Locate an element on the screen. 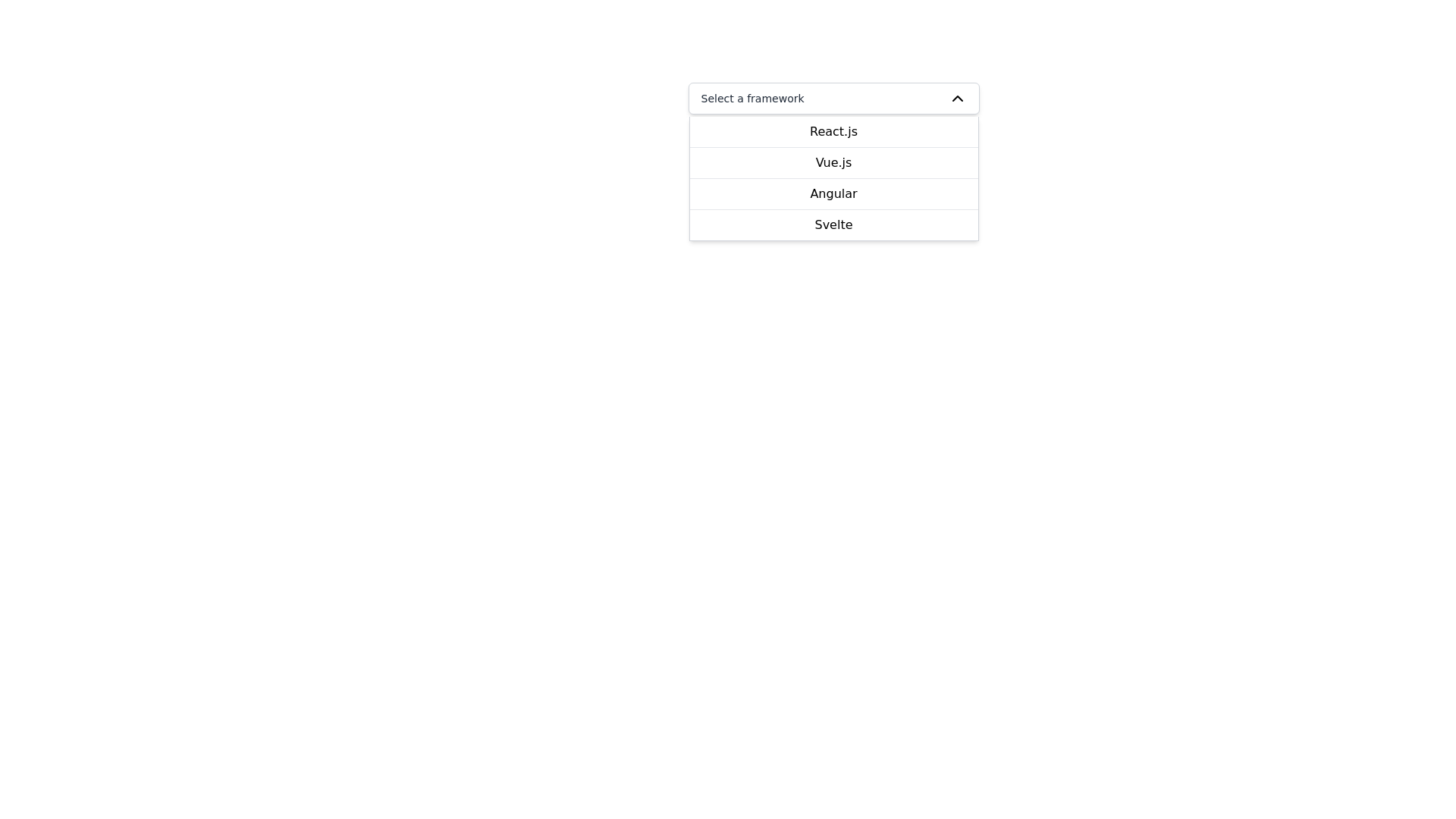 This screenshot has width=1456, height=819. the first option in the dropdown menu is located at coordinates (833, 130).